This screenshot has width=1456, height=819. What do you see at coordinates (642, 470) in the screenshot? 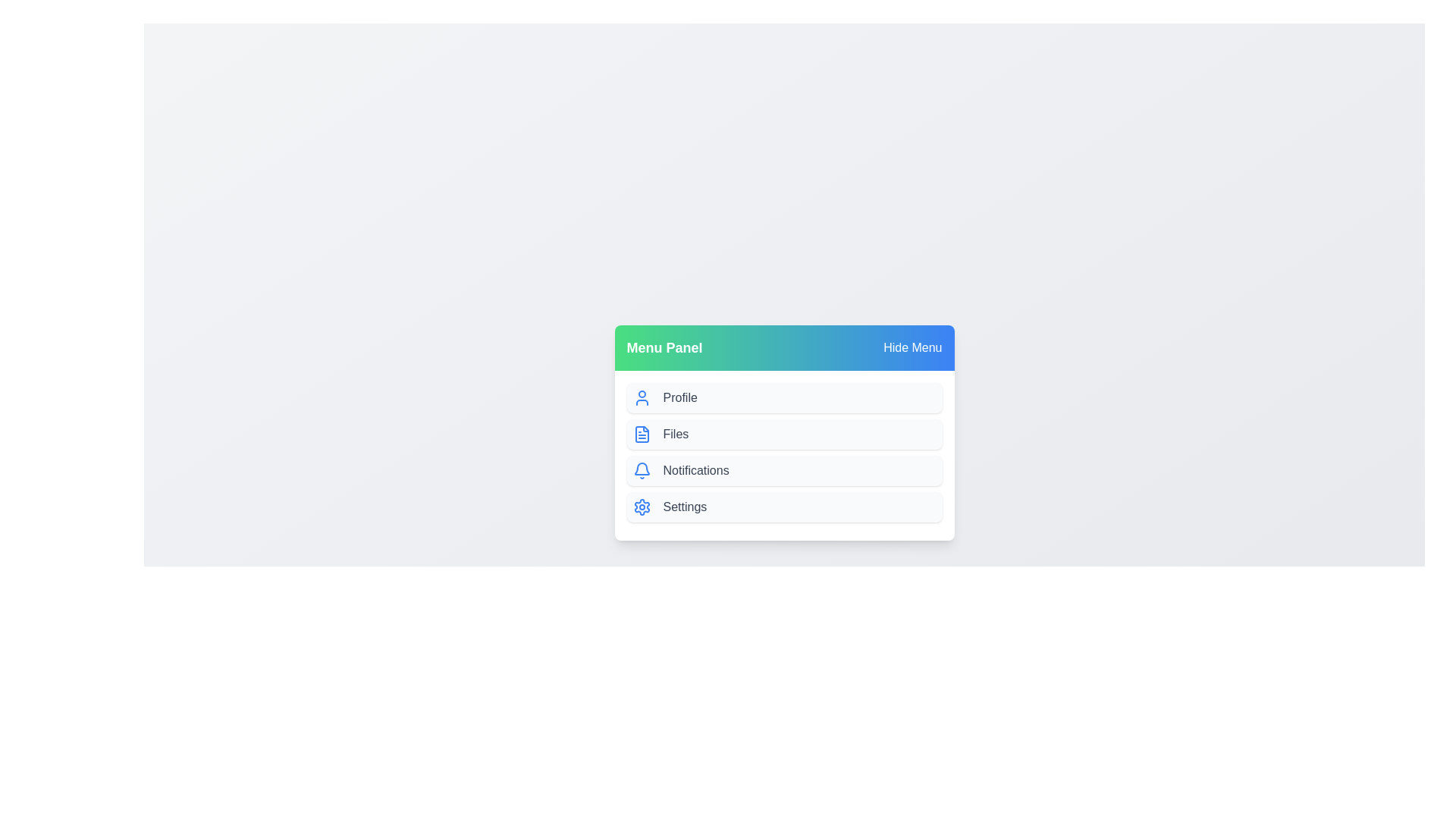
I see `the icon next to the menu item Notifications` at bounding box center [642, 470].